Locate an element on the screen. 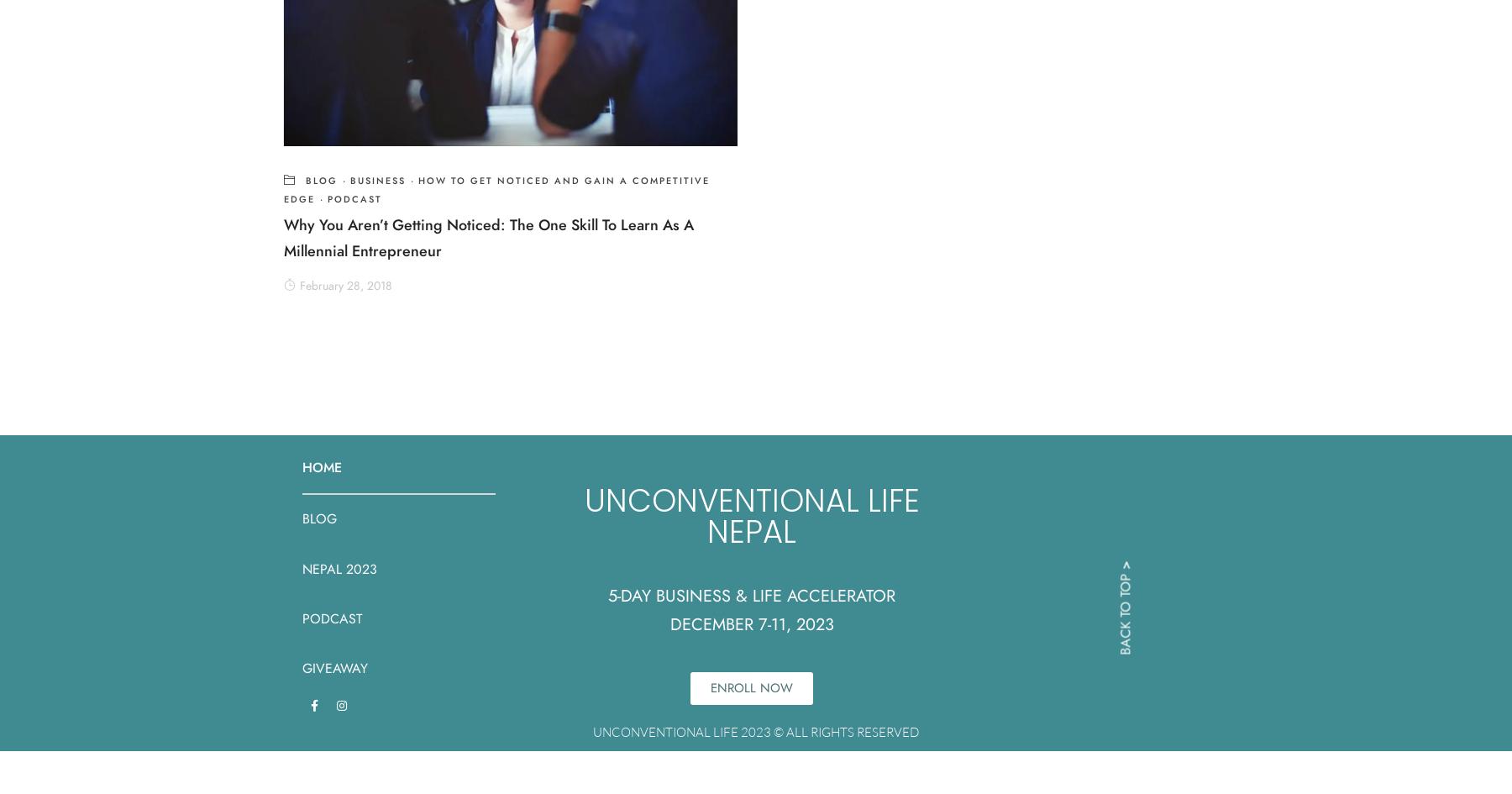 The image size is (1512, 794). 'HOME' is located at coordinates (322, 467).